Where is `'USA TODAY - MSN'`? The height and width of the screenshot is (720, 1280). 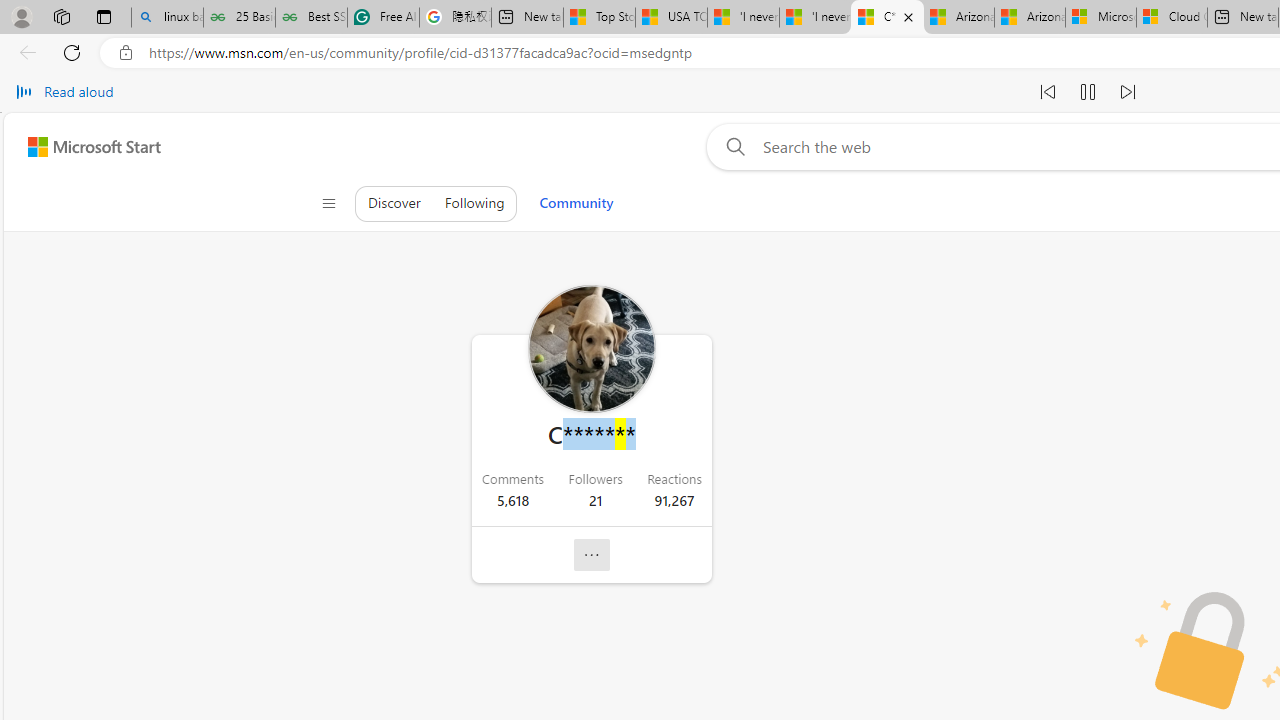
'USA TODAY - MSN' is located at coordinates (671, 17).